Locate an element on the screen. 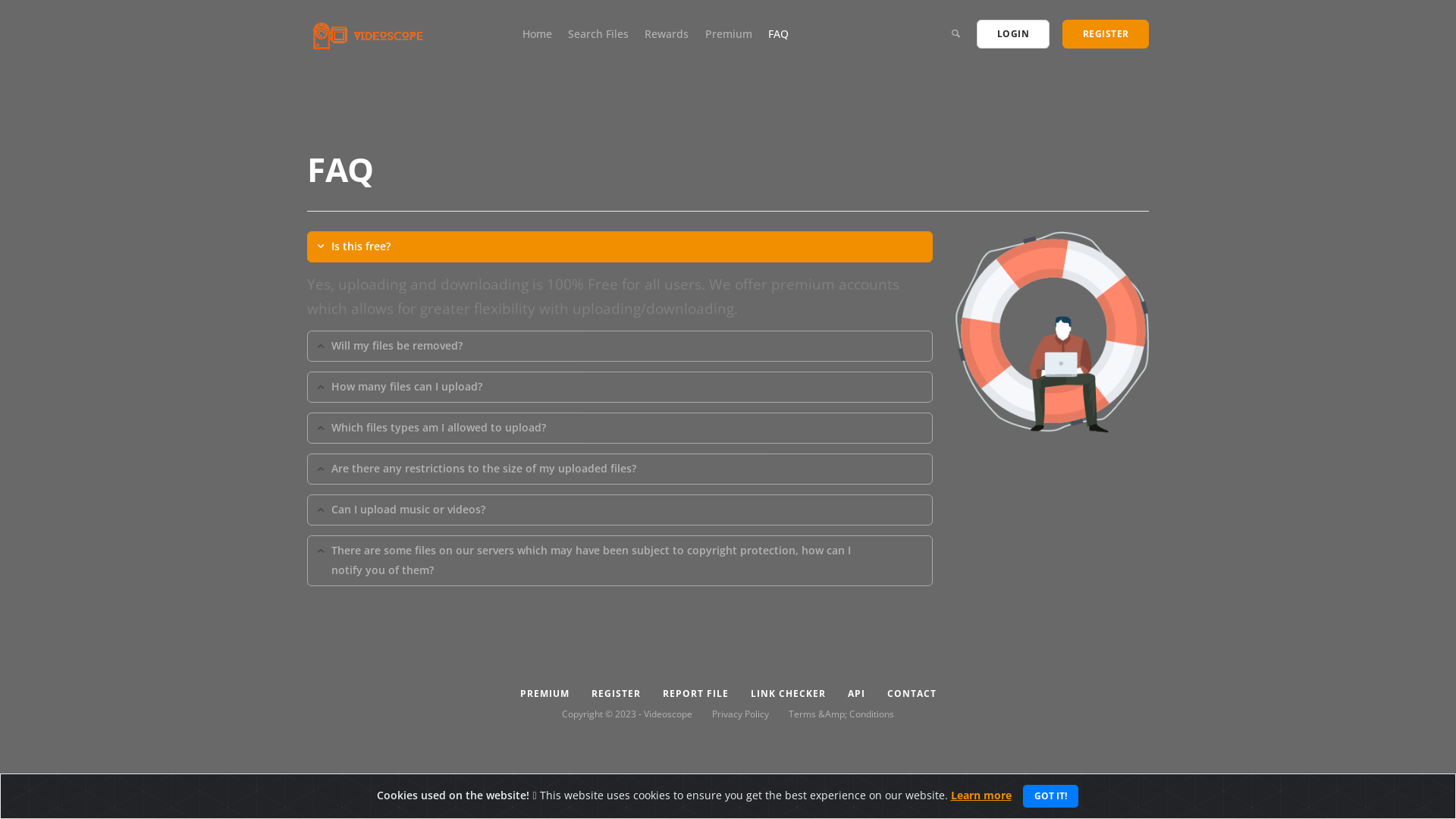 This screenshot has height=819, width=1456. 'Rewards' is located at coordinates (666, 33).